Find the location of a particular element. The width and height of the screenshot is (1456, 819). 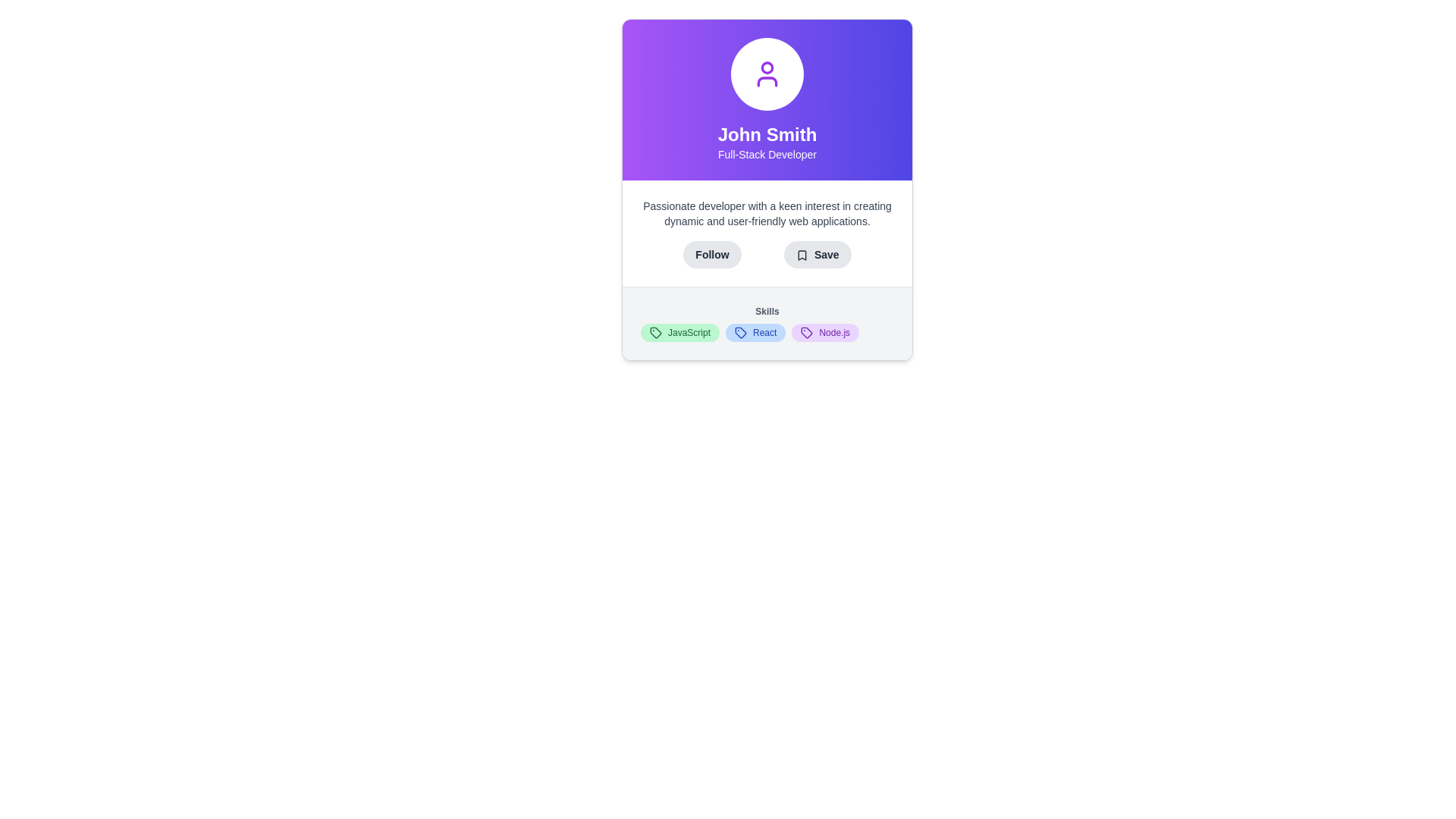

the circular part of the user icon in the profile card located above the text 'John Smith' is located at coordinates (767, 66).